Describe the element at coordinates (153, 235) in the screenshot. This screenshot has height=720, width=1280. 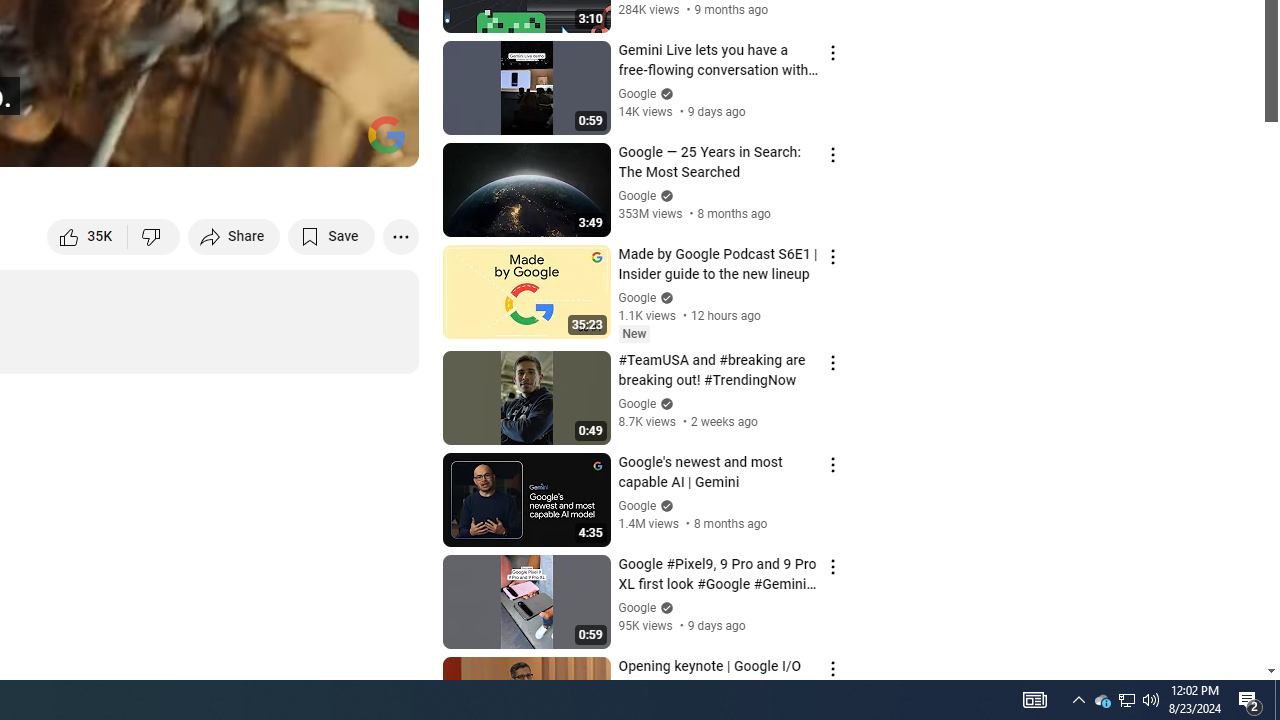
I see `'Dislike this video'` at that location.